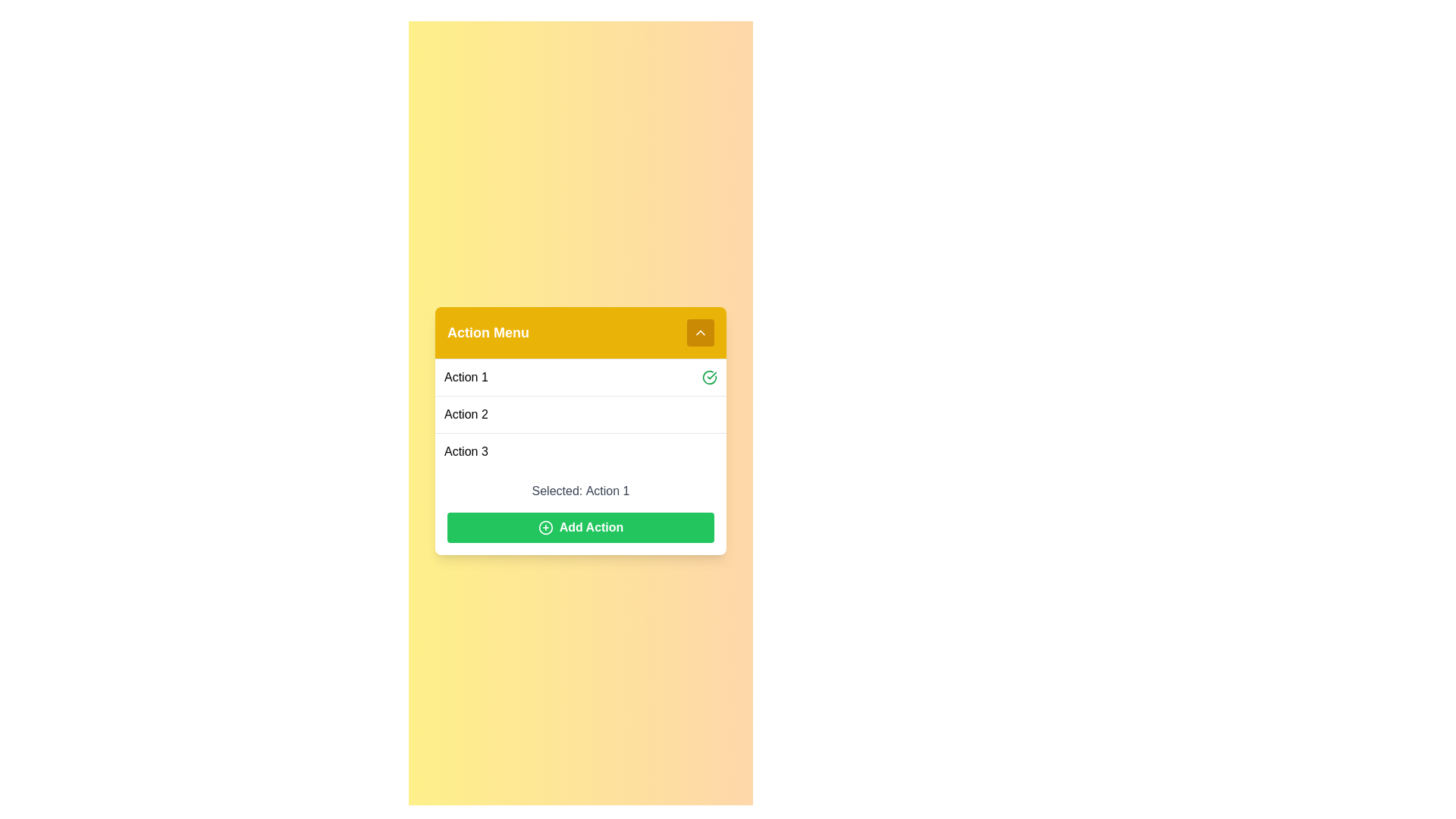  I want to click on the small yellow button with an upward-pointing chevron icon located at the far right side of the 'Action Menu' header, so click(700, 331).